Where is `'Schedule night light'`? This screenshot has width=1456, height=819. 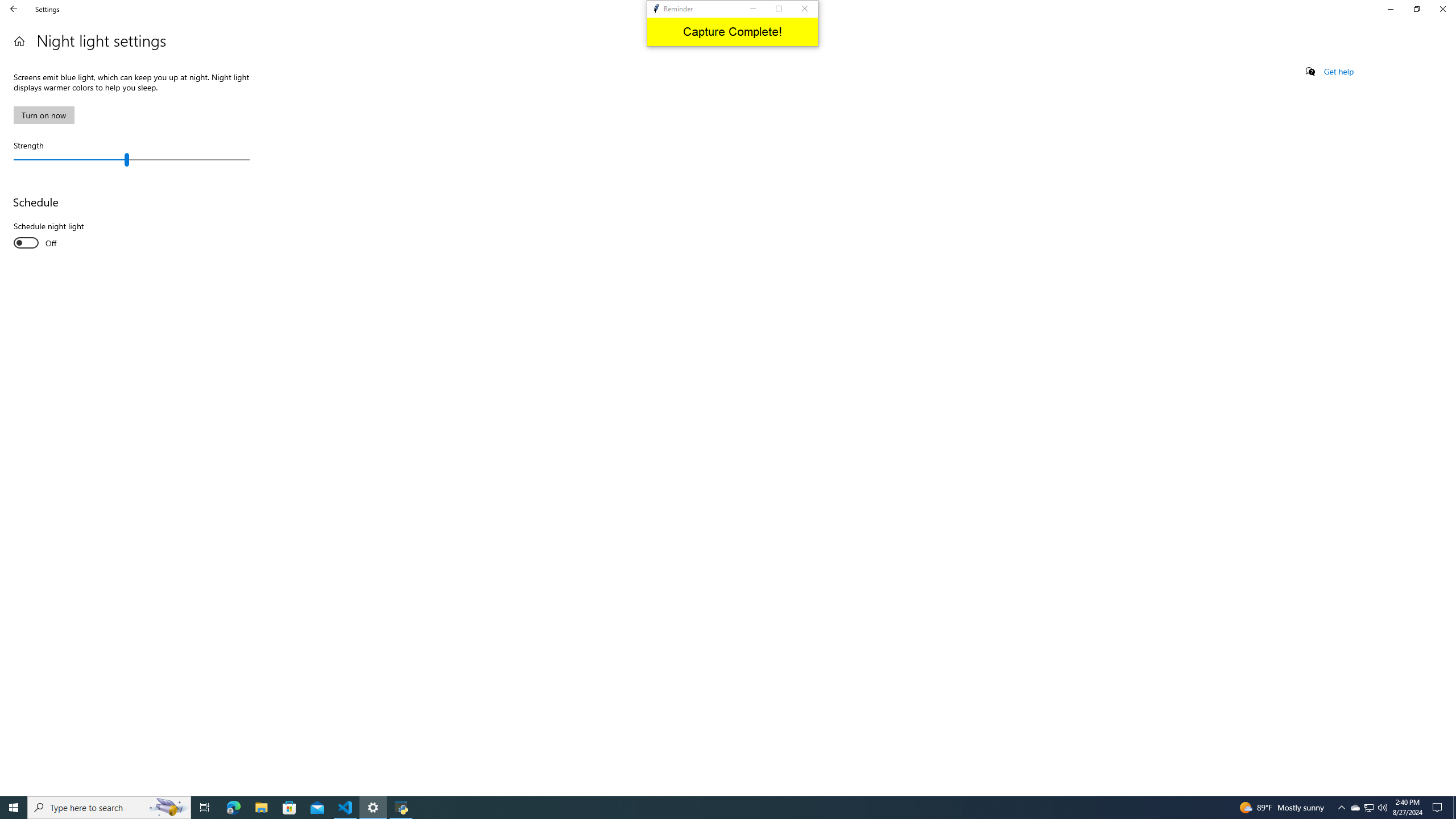
'Schedule night light' is located at coordinates (55, 235).